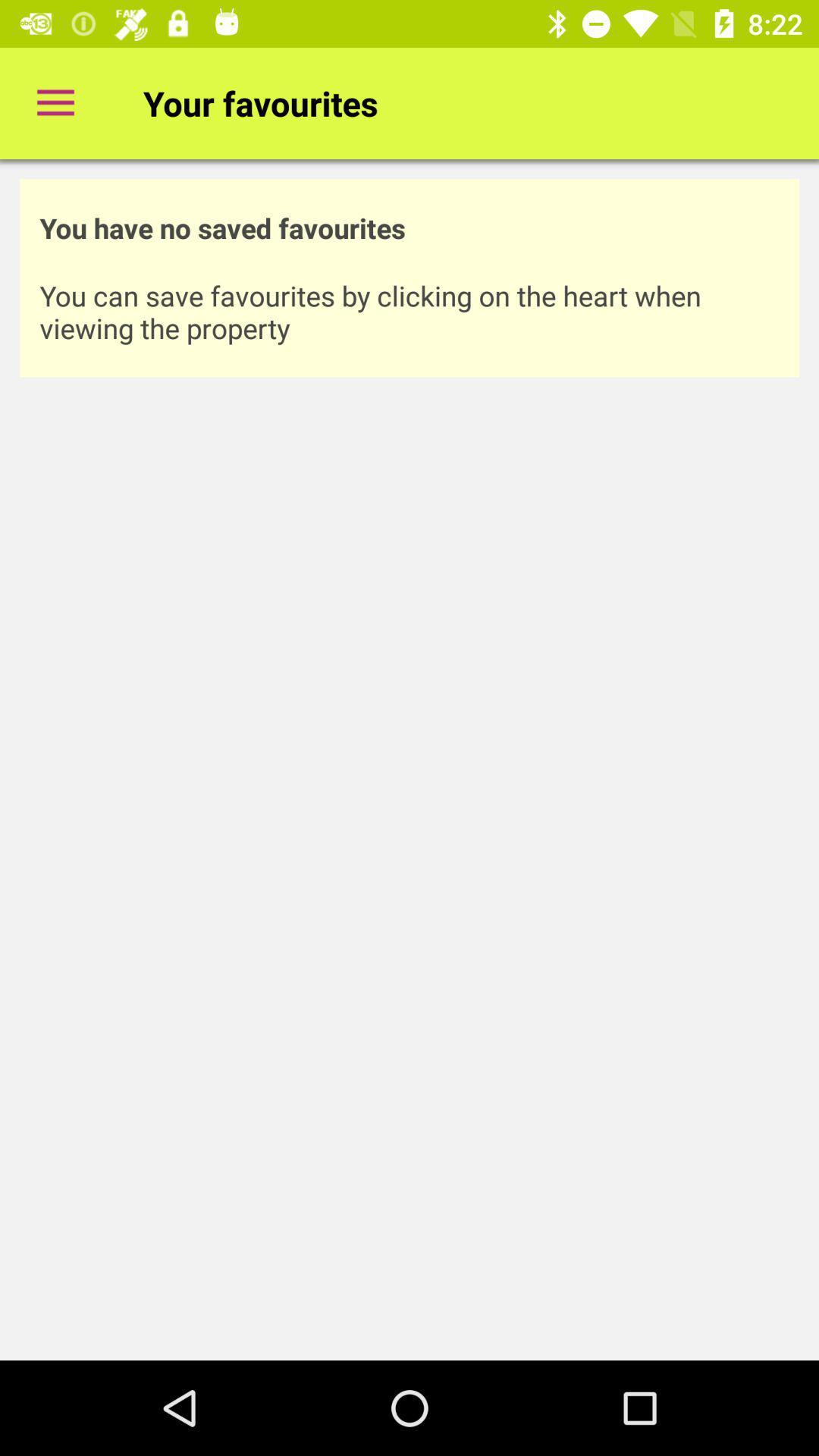 This screenshot has width=819, height=1456. What do you see at coordinates (55, 102) in the screenshot?
I see `item next to the your favourites item` at bounding box center [55, 102].